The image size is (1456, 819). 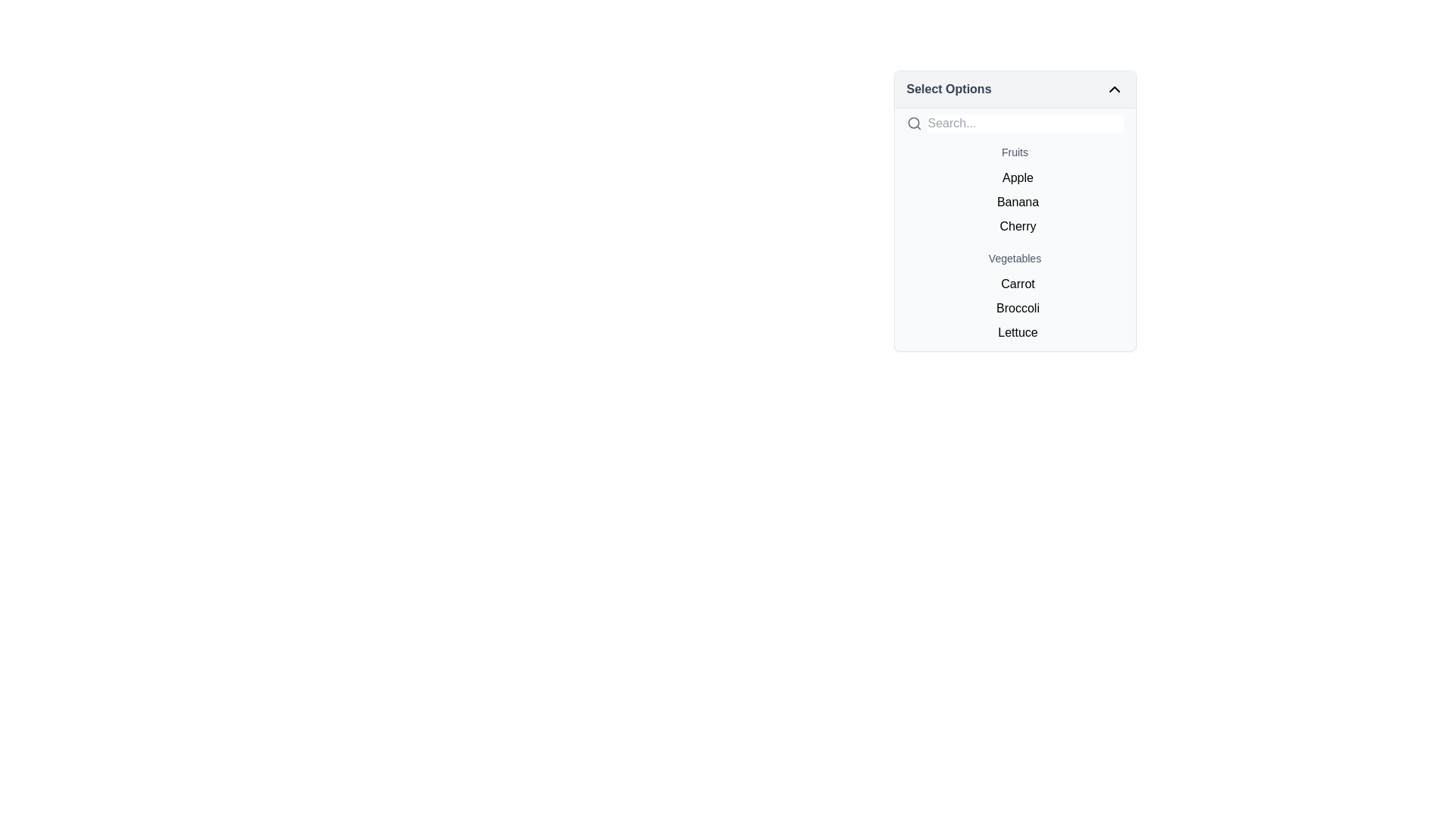 I want to click on the text-based selectable item 'Cherry' in the dropdown menu under the 'Fruits' label, so click(x=1015, y=230).